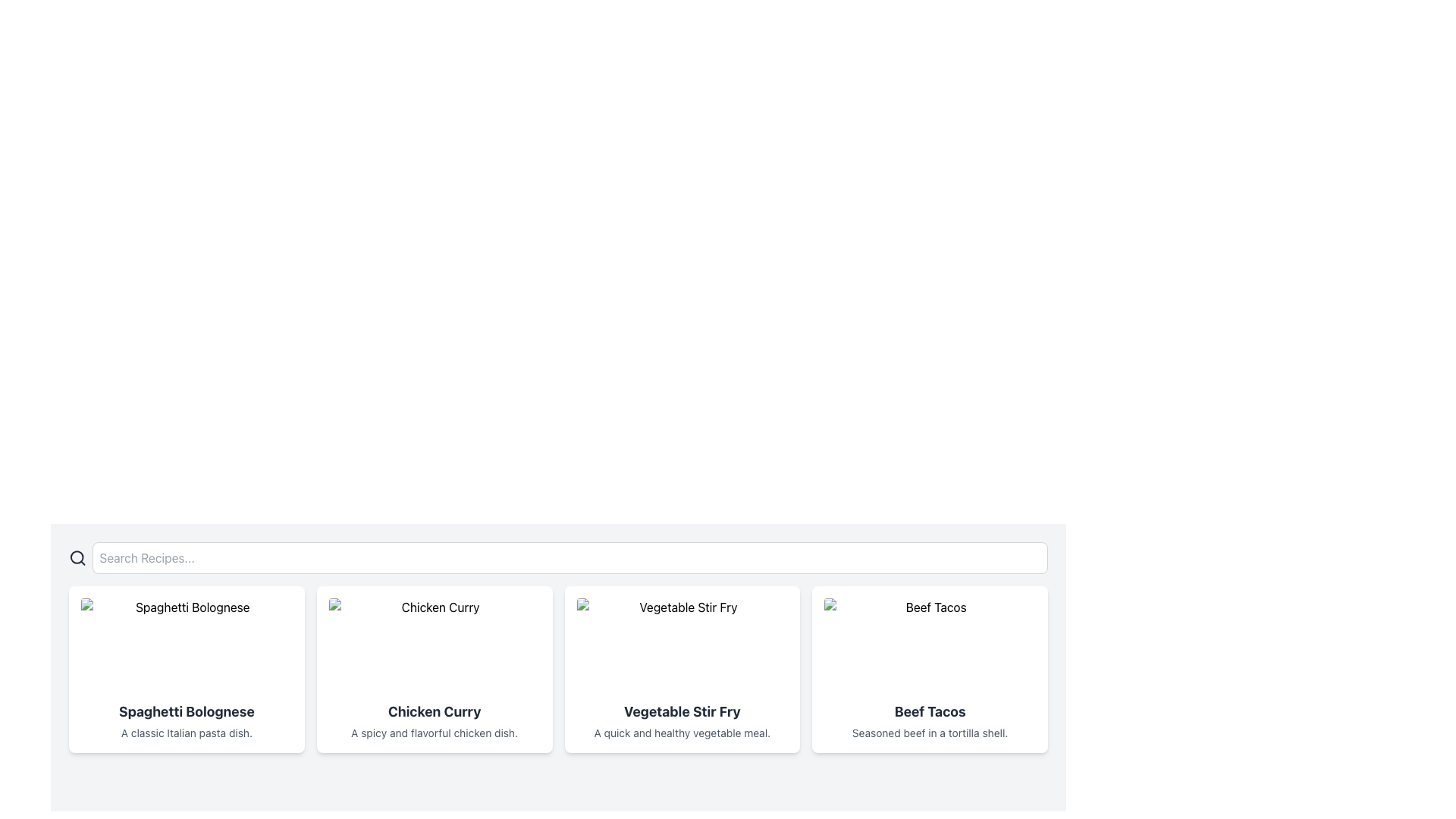 The width and height of the screenshot is (1456, 819). Describe the element at coordinates (76, 557) in the screenshot. I see `the circle element of the search icon located near the top-left corner of the search bar` at that location.